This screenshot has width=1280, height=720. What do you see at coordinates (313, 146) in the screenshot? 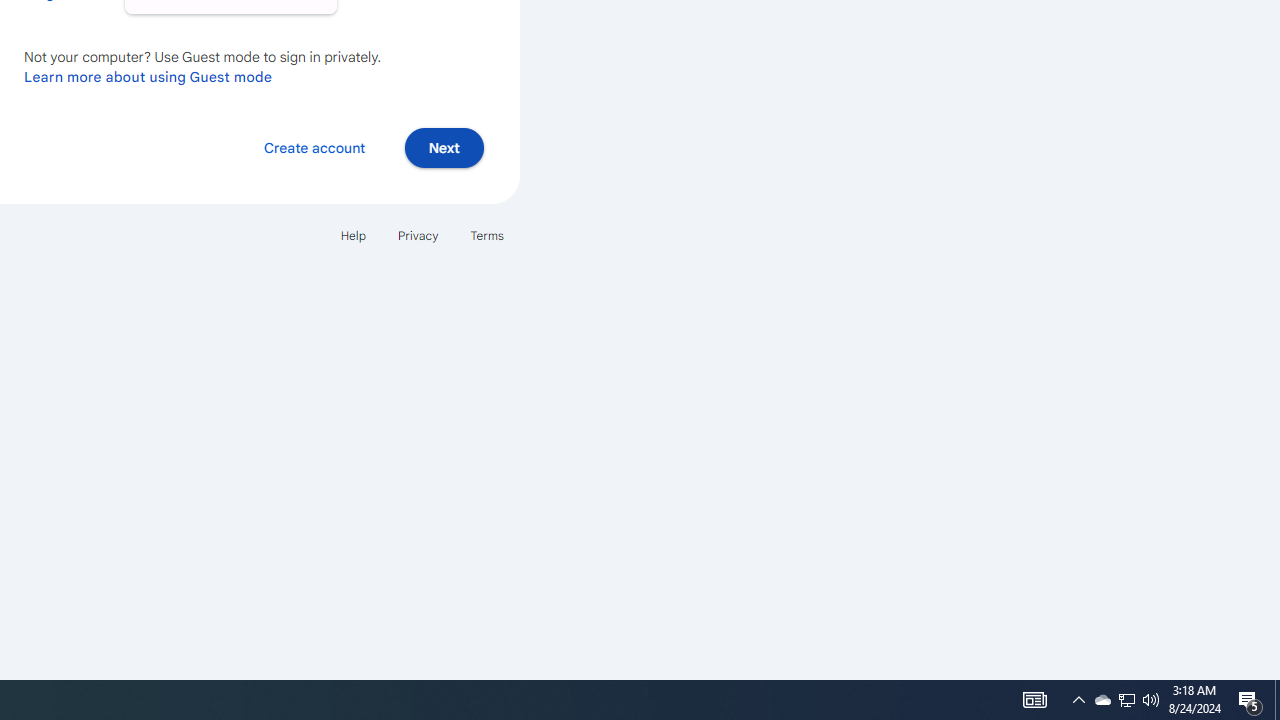
I see `'Create account'` at bounding box center [313, 146].